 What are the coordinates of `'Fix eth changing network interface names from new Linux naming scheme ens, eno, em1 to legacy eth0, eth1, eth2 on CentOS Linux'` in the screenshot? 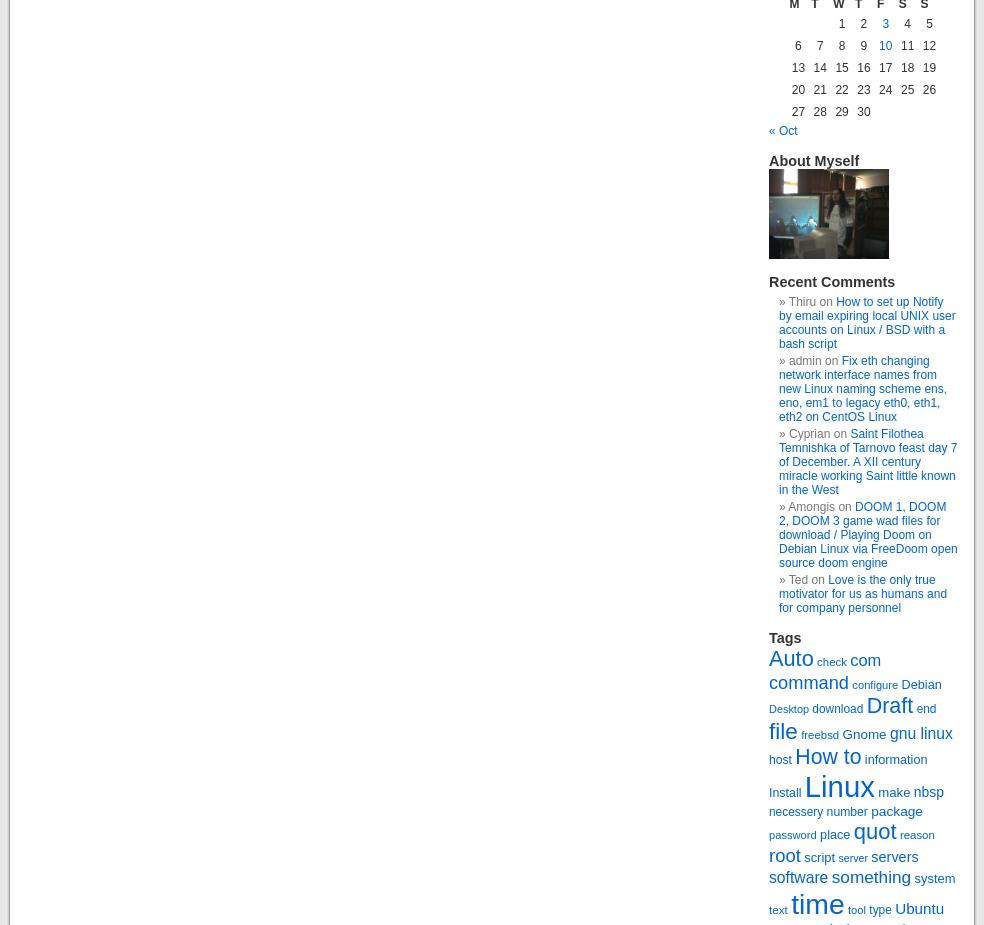 It's located at (862, 387).